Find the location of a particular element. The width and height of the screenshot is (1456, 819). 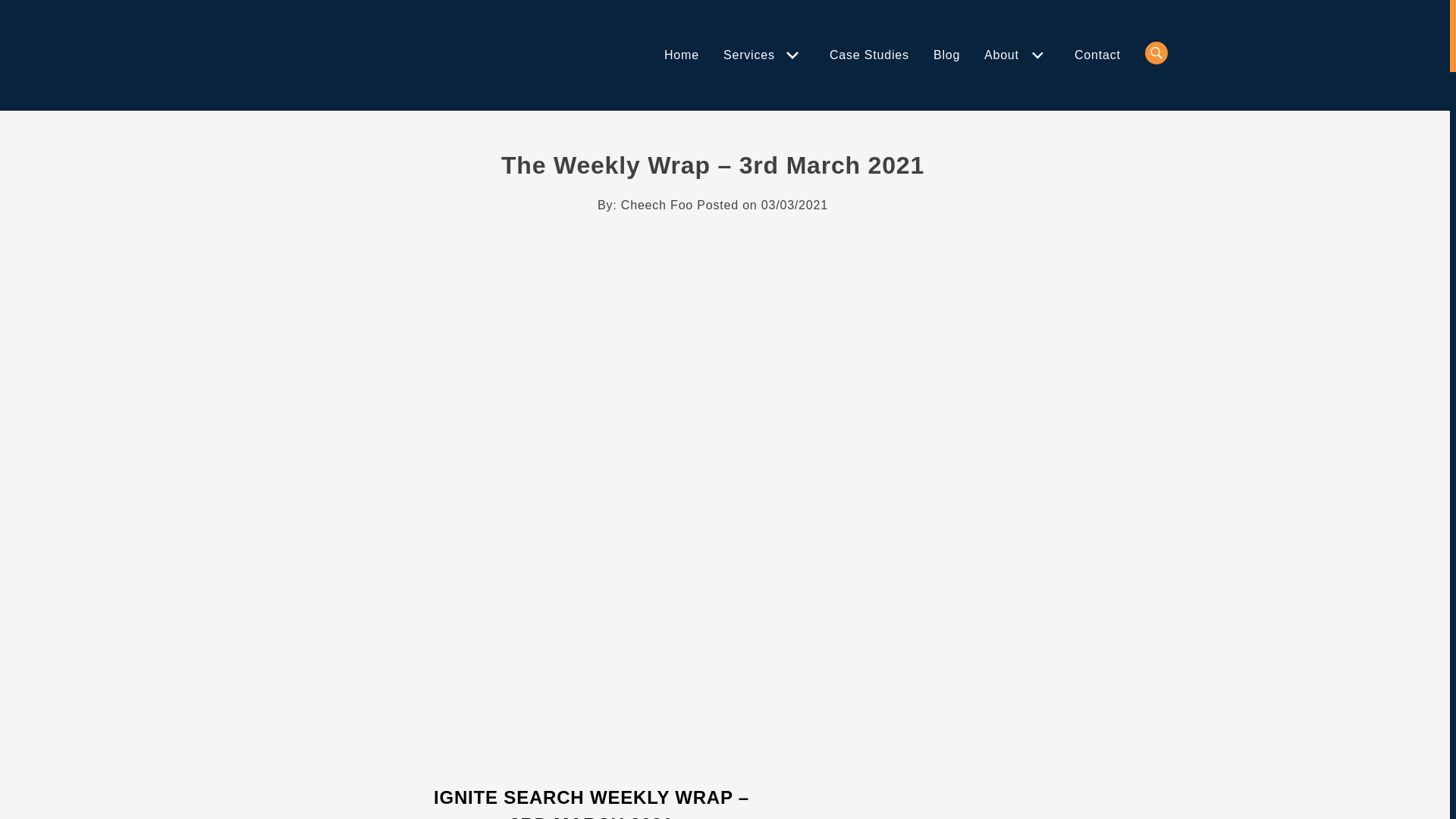

'Contact' is located at coordinates (1097, 55).